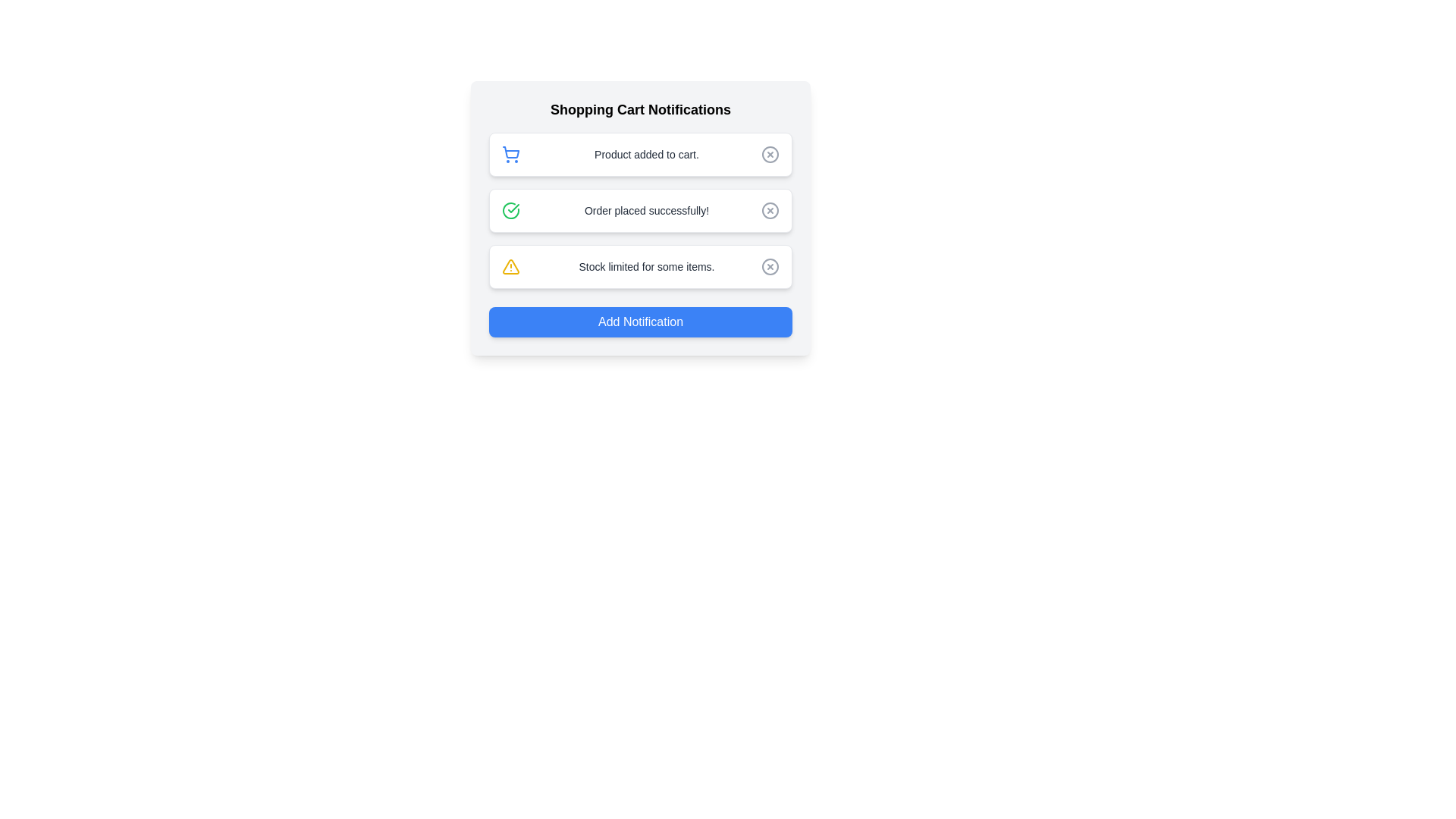  What do you see at coordinates (770, 155) in the screenshot?
I see `the dismissal button located on the top notification block of the 'Shopping Cart Notifications' panel, which is aligned to the right of the text 'Product added to cart'` at bounding box center [770, 155].